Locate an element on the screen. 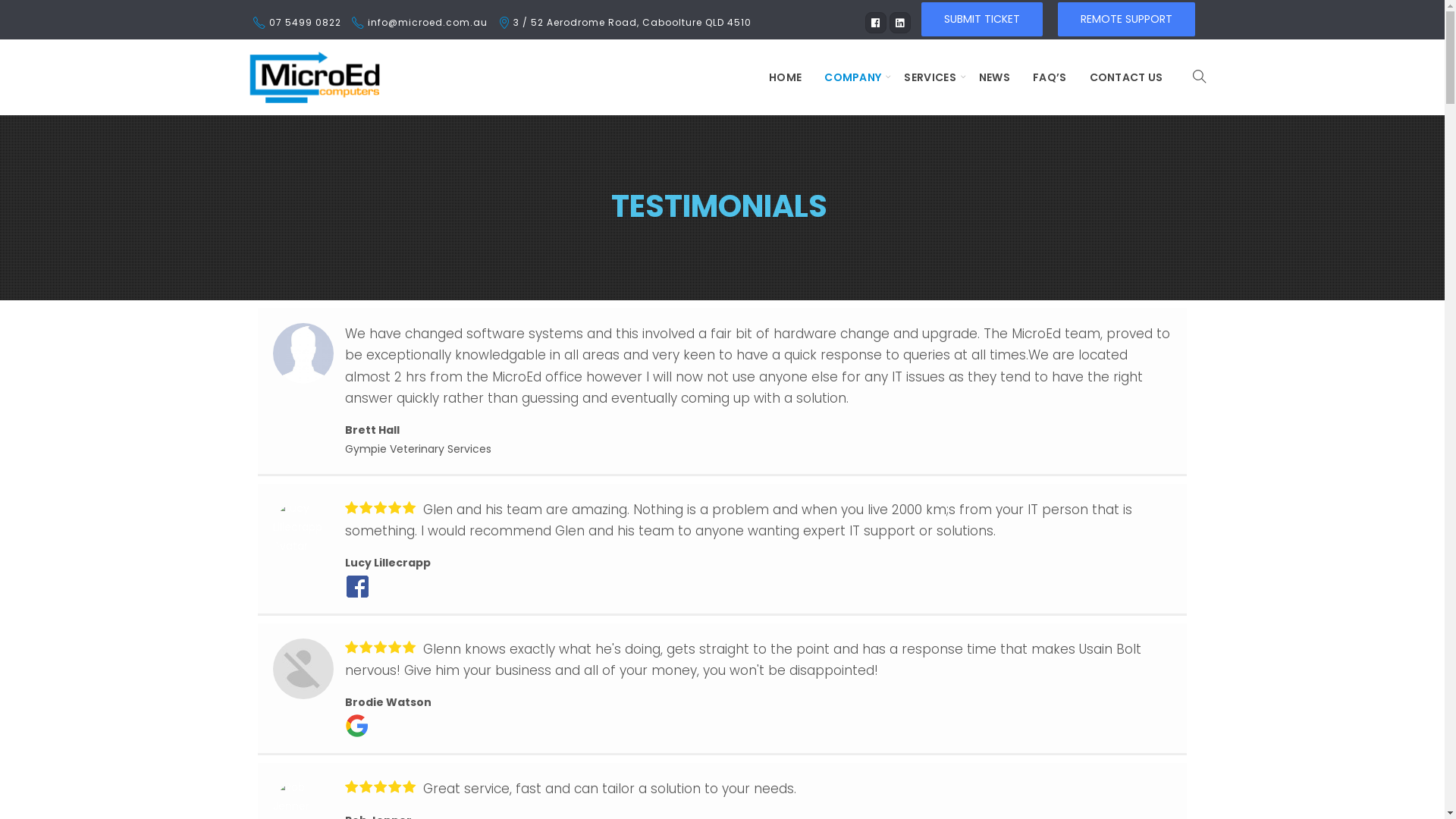 The width and height of the screenshot is (1456, 819). 'CONTACT US' is located at coordinates (1077, 77).